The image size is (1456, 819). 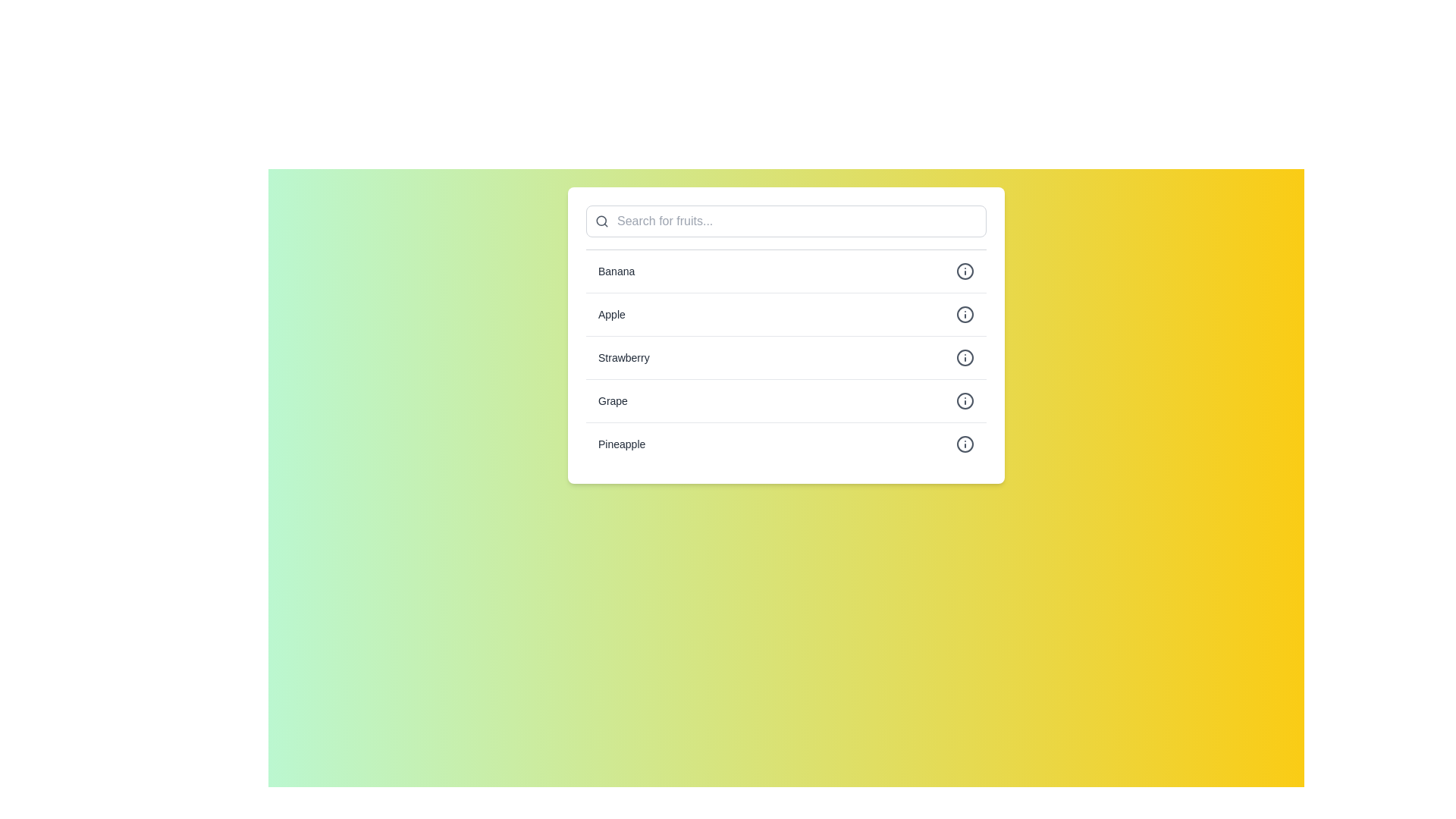 I want to click on the fourth row of the selectable list item located between 'Strawberry' and 'Pineapple', so click(x=786, y=400).